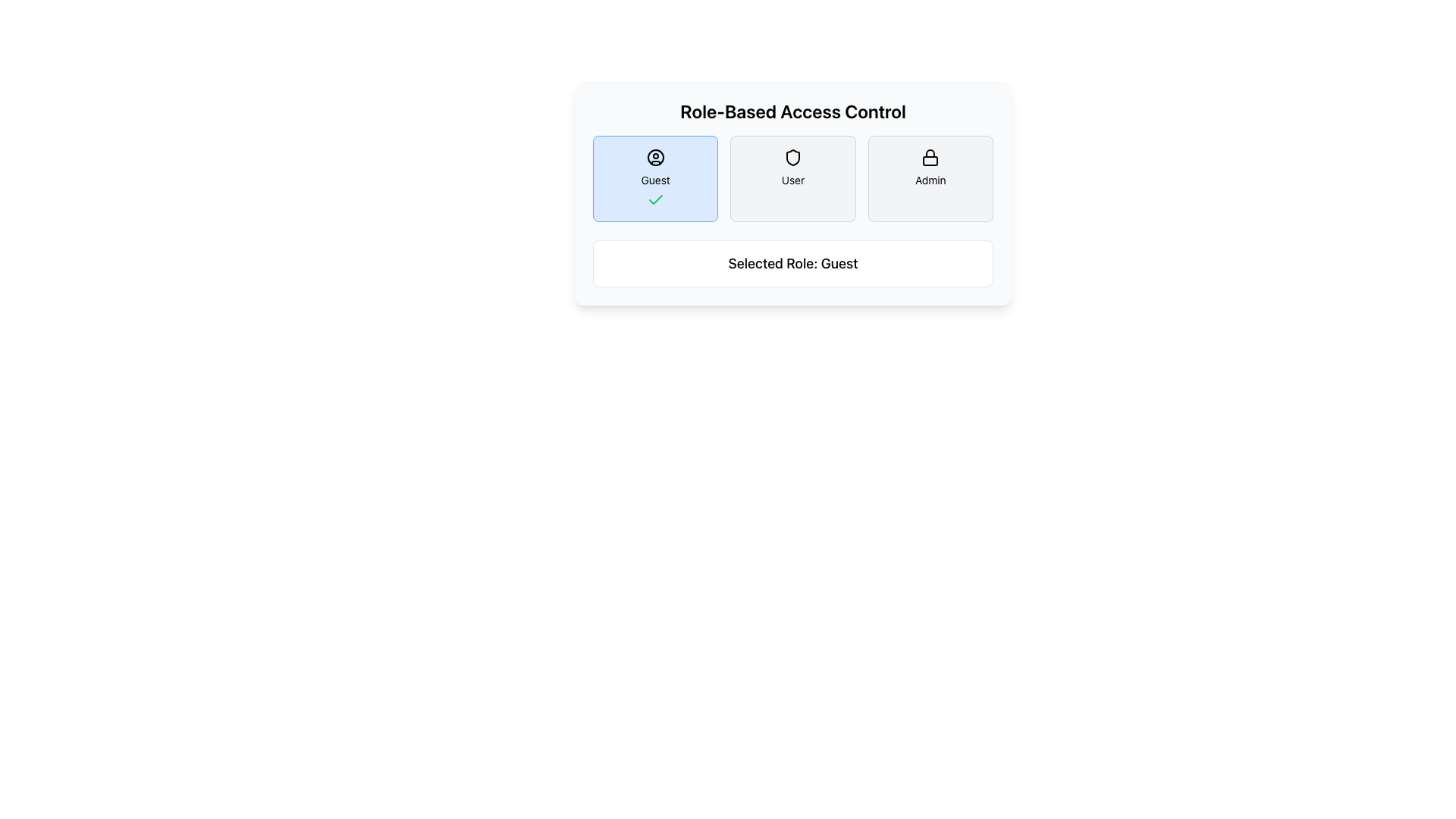 Image resolution: width=1456 pixels, height=819 pixels. I want to click on the appearance of the minimalistic black lock icon located at the top-center of the 'Admin' role card, positioned above the 'Admin' label, so click(930, 158).